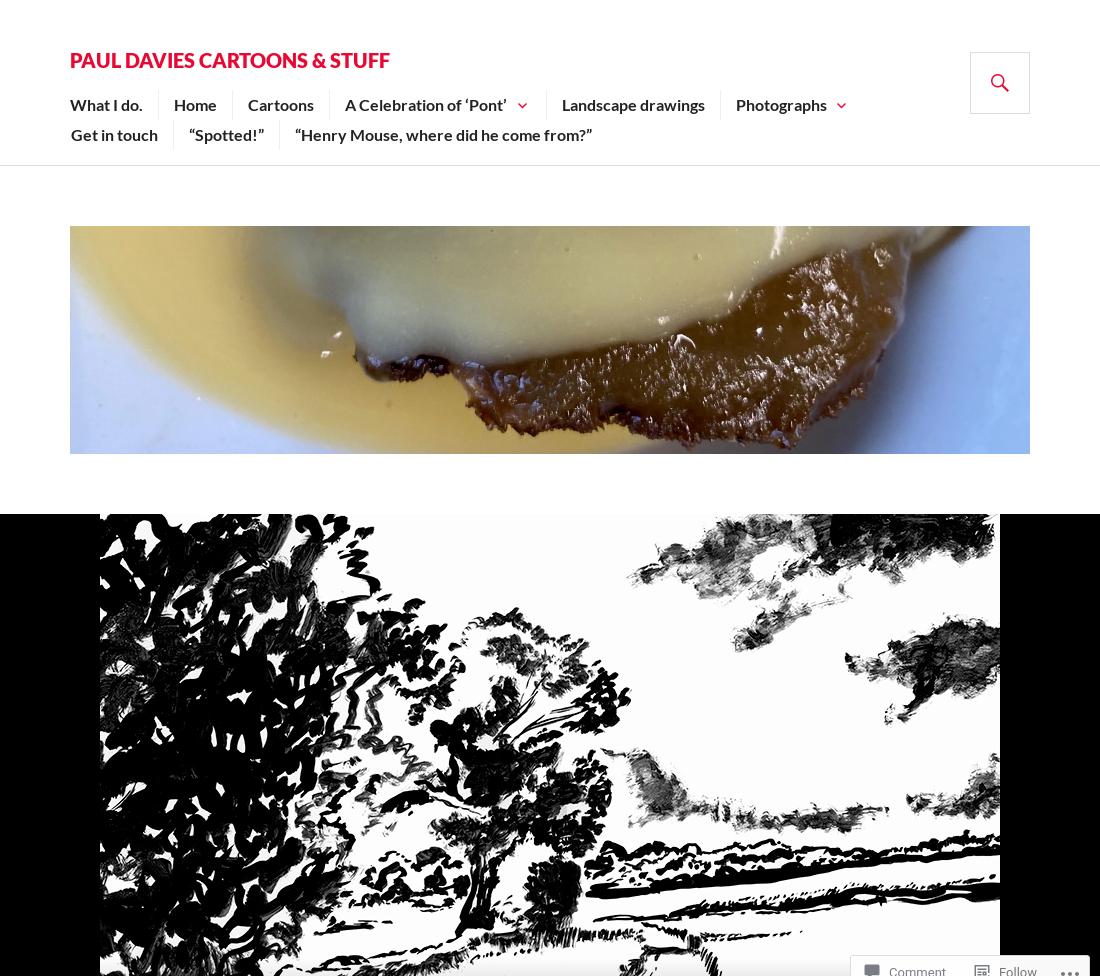  Describe the element at coordinates (226, 133) in the screenshot. I see `'“Spotted!”'` at that location.